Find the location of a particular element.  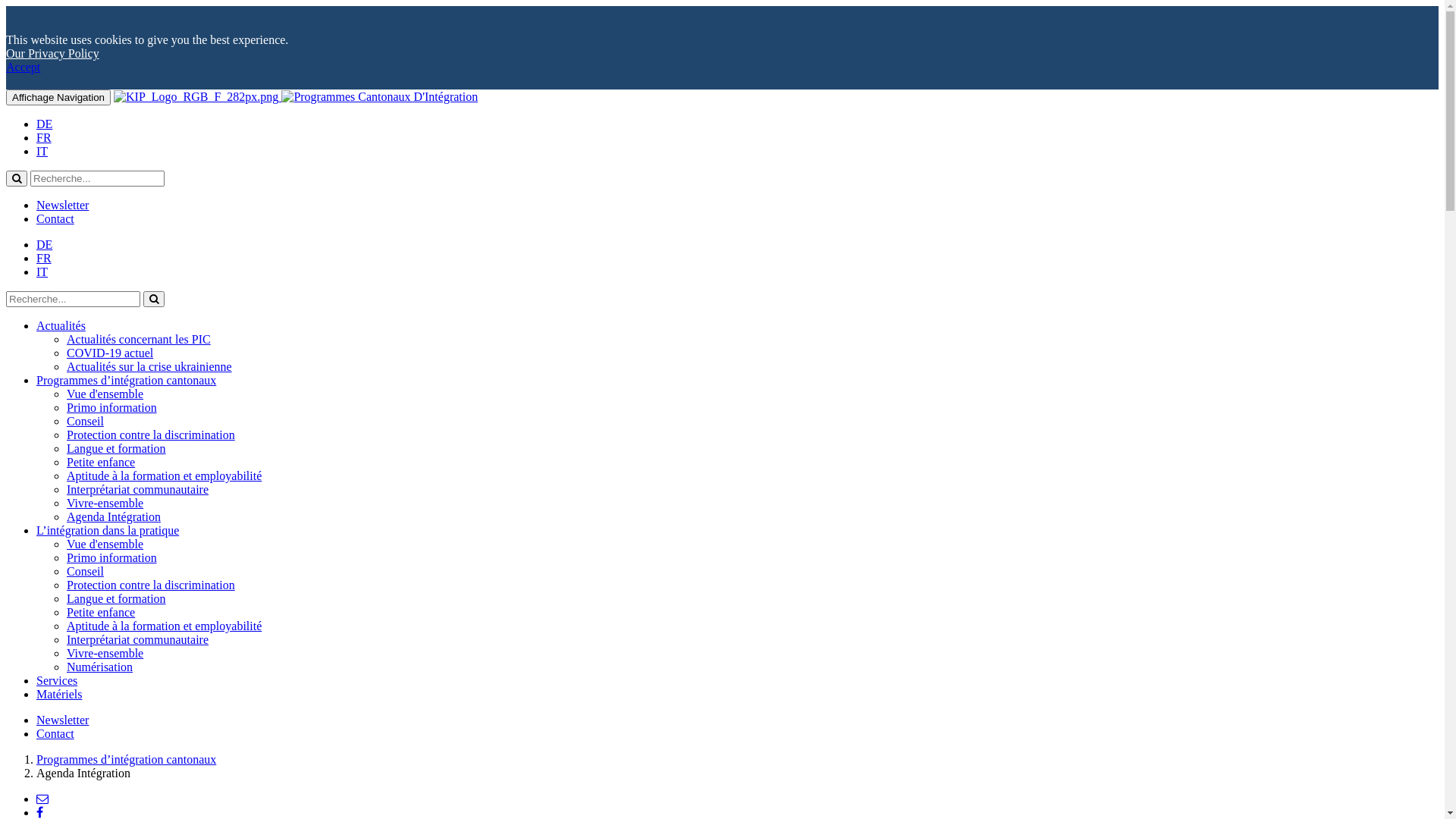

'KIP_Logo_RGB_F_282px.png' is located at coordinates (195, 96).